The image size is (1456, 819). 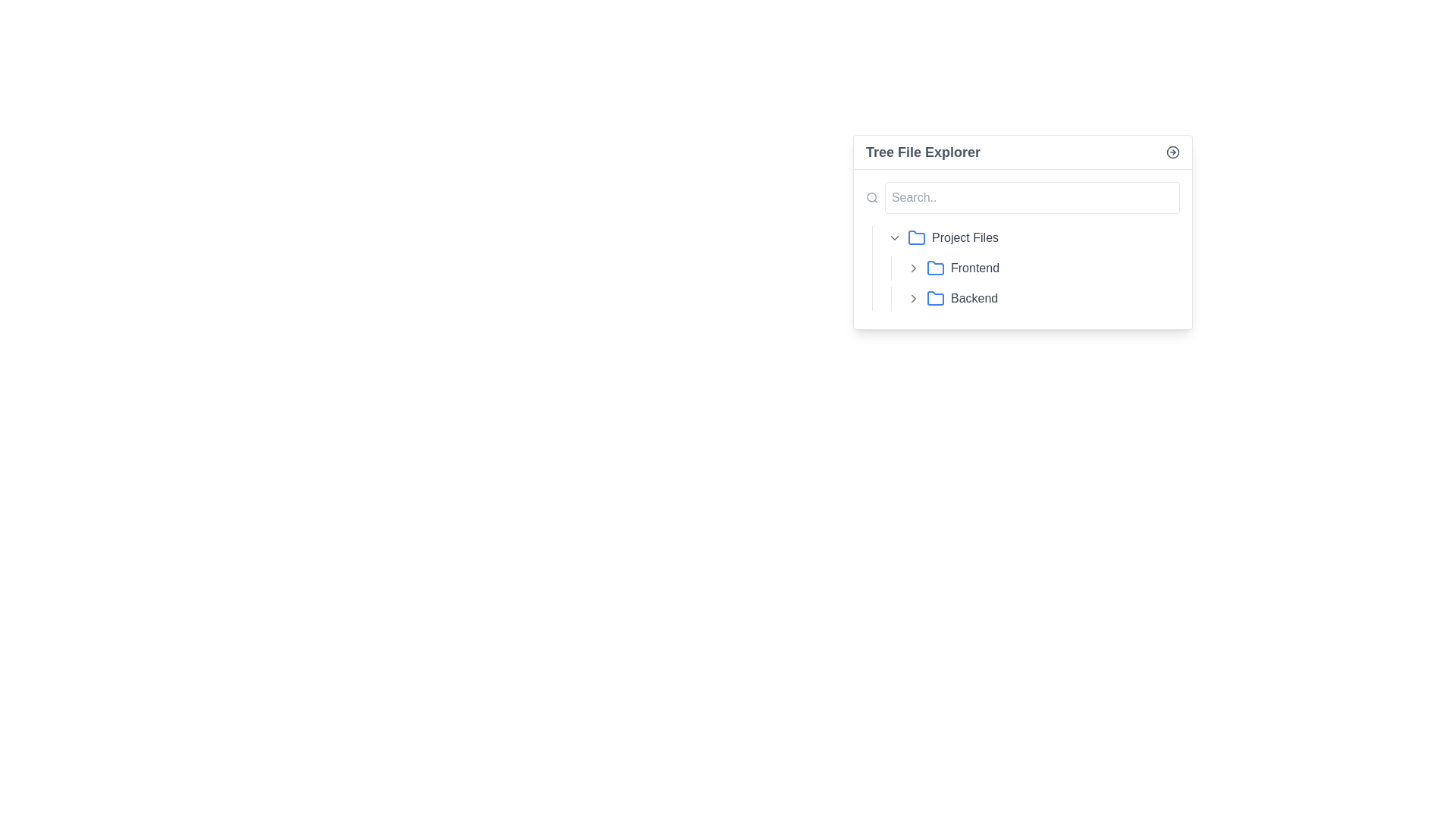 I want to click on the Tree File Explorer Component at the center point, so click(x=1022, y=231).